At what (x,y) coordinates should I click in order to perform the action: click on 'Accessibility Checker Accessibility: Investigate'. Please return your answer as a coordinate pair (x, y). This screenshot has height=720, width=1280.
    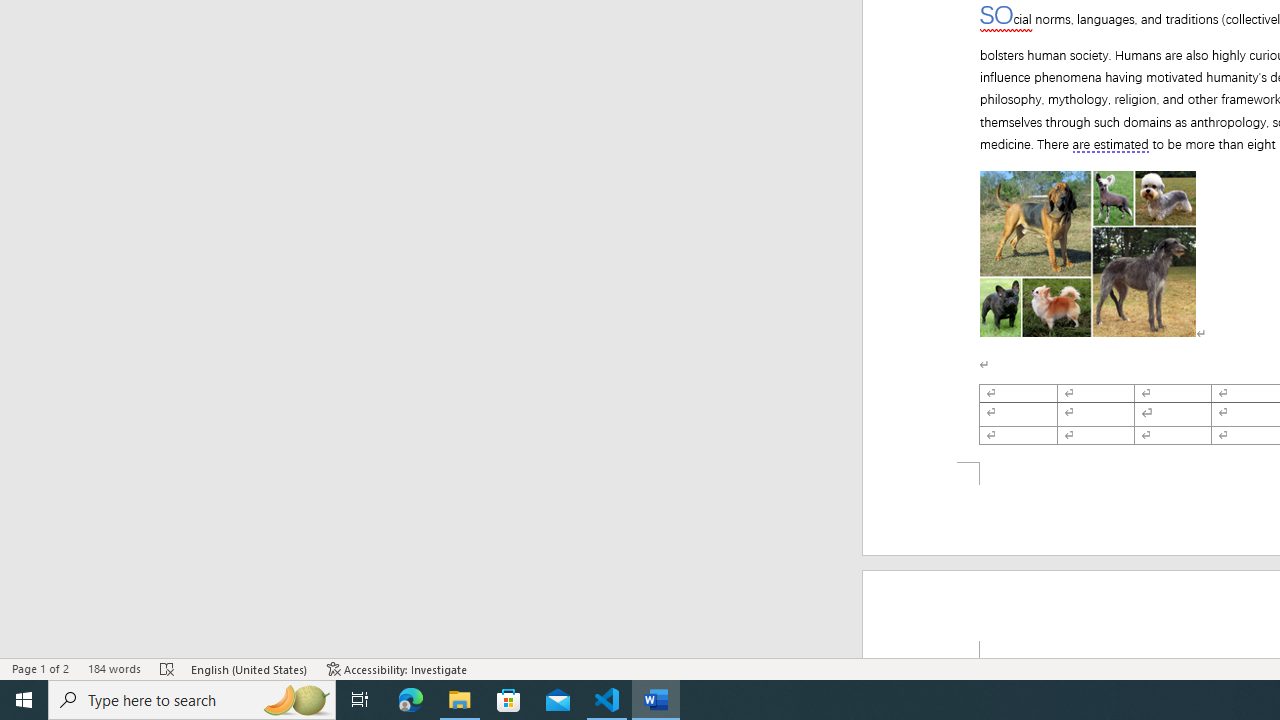
    Looking at the image, I should click on (397, 669).